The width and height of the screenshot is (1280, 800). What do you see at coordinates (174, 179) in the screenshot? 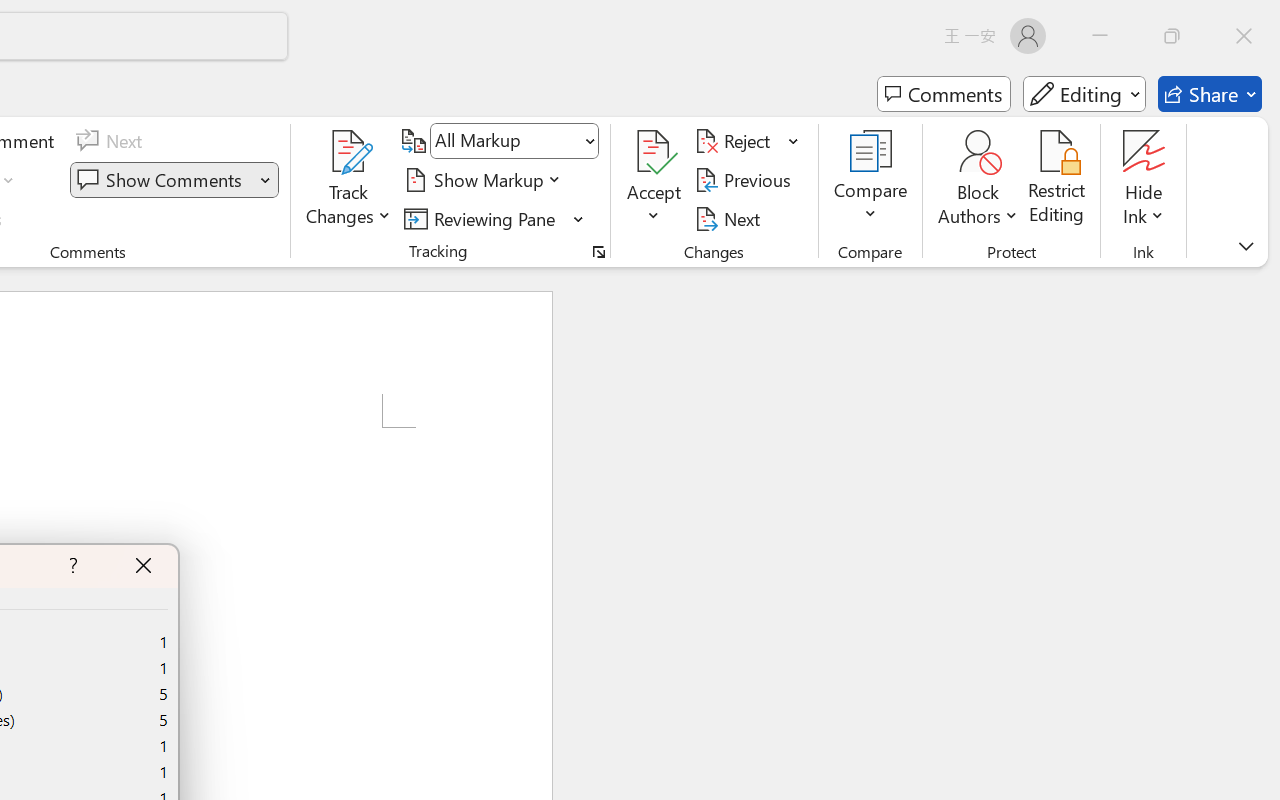
I see `'Show Comments'` at bounding box center [174, 179].